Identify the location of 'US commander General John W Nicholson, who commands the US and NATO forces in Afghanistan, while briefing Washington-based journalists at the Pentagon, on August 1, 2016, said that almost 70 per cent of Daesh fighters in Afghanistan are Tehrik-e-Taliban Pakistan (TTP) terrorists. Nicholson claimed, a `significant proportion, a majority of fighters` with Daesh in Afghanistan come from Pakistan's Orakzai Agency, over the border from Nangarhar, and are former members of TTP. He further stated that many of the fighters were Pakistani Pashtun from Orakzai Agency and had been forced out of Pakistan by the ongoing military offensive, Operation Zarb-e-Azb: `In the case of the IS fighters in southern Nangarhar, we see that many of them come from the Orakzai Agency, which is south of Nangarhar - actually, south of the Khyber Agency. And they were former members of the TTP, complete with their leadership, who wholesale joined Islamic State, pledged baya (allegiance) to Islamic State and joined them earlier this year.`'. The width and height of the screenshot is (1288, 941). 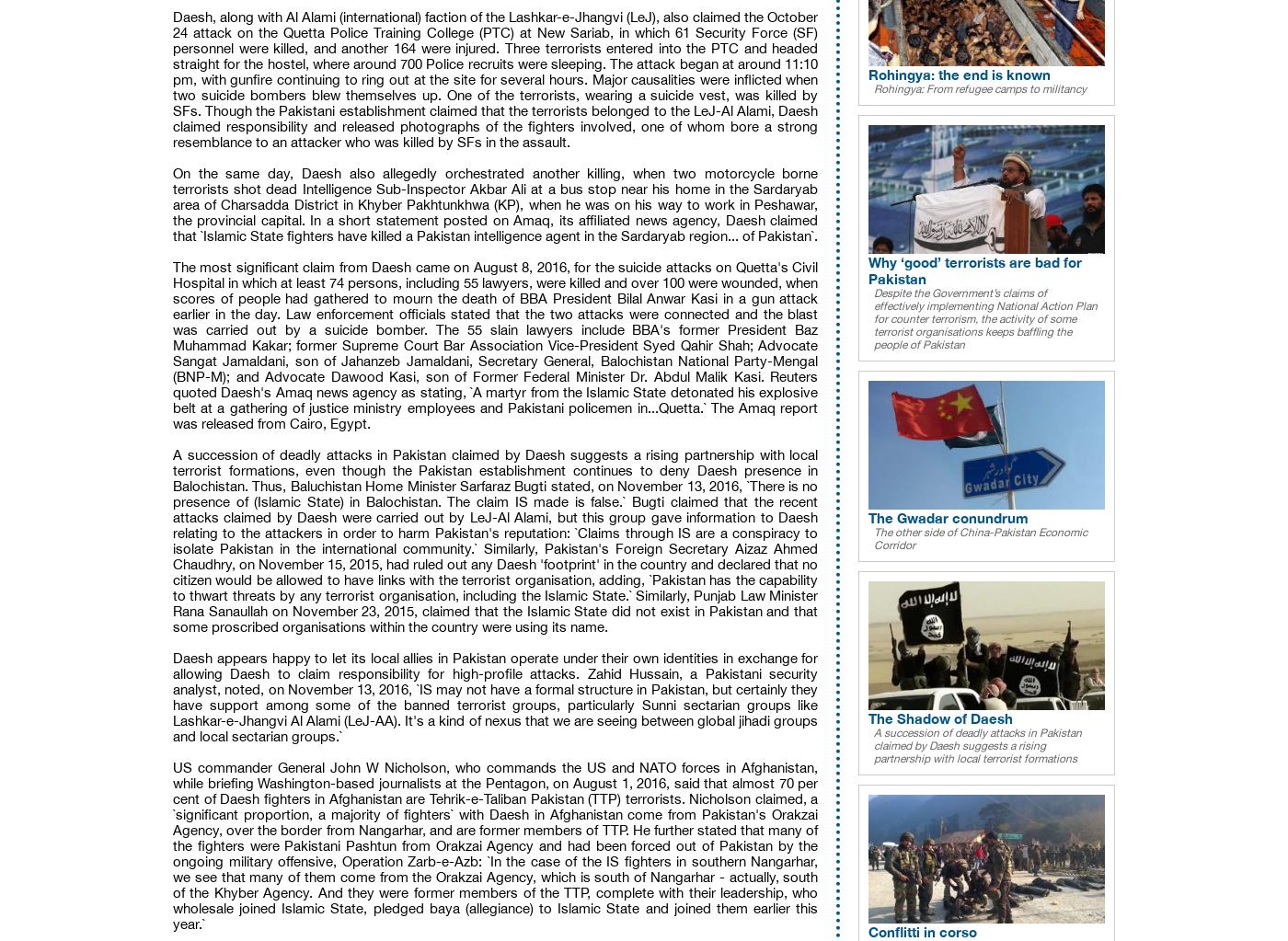
(495, 844).